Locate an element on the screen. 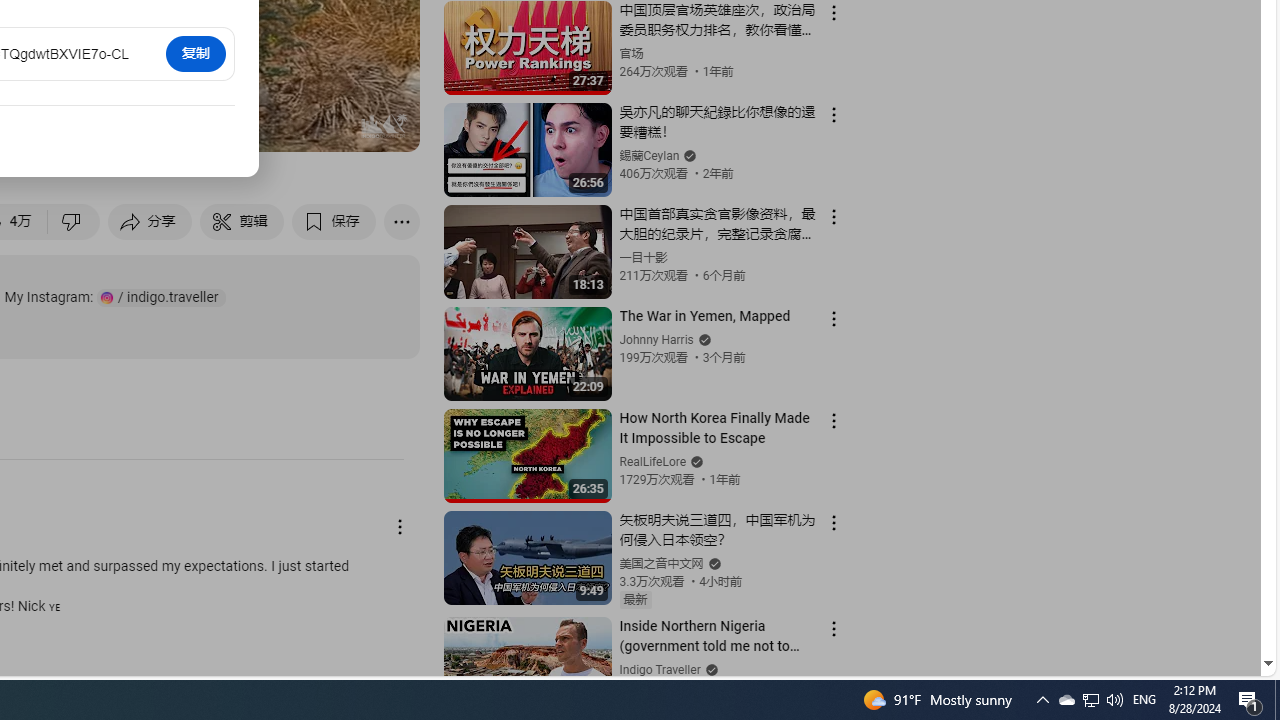 The height and width of the screenshot is (720, 1280). 'Instagram Channel Link: indigo.traveller' is located at coordinates (161, 297).